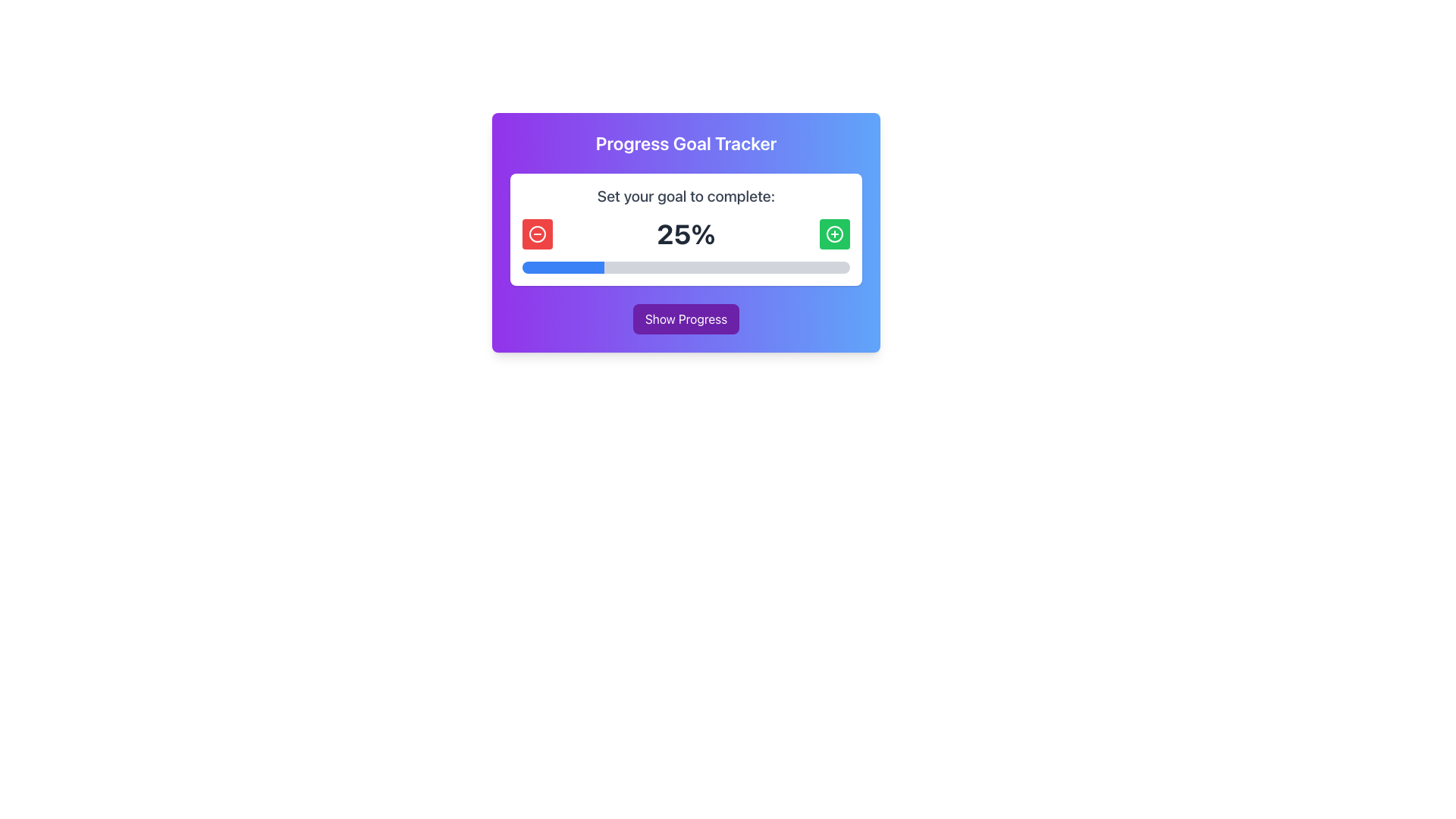 The image size is (1456, 819). Describe the element at coordinates (686, 234) in the screenshot. I see `the display text element that visually represents the current progress or goal setting, located beneath the header 'Set your goal to complete:' and between the decrease and increase percentage buttons` at that location.